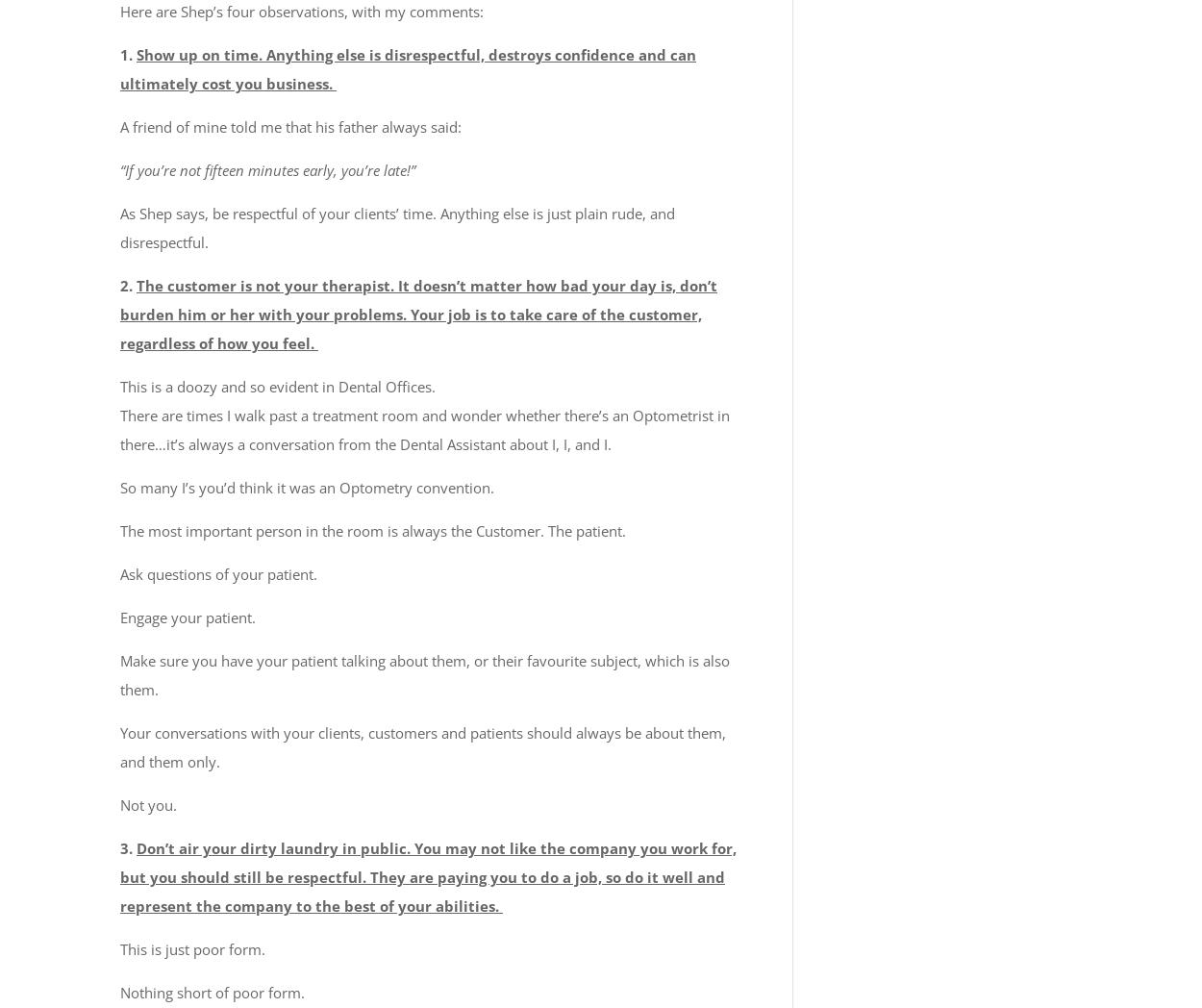  I want to click on '“If you’re not fifteen minutes early, you’re late!”', so click(267, 167).